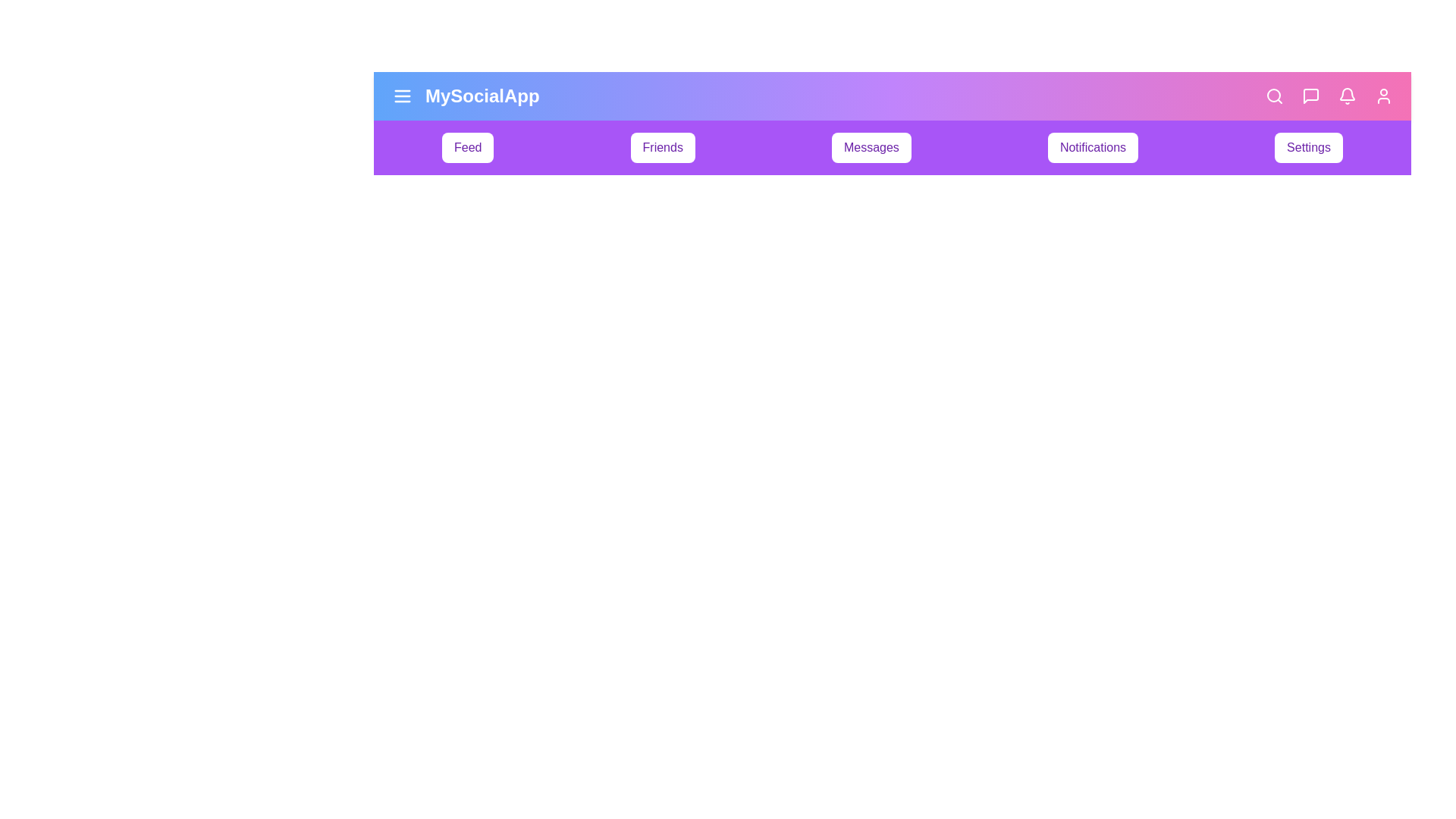 This screenshot has height=819, width=1456. What do you see at coordinates (1308, 148) in the screenshot?
I see `the menu item Settings to observe its hover effect` at bounding box center [1308, 148].